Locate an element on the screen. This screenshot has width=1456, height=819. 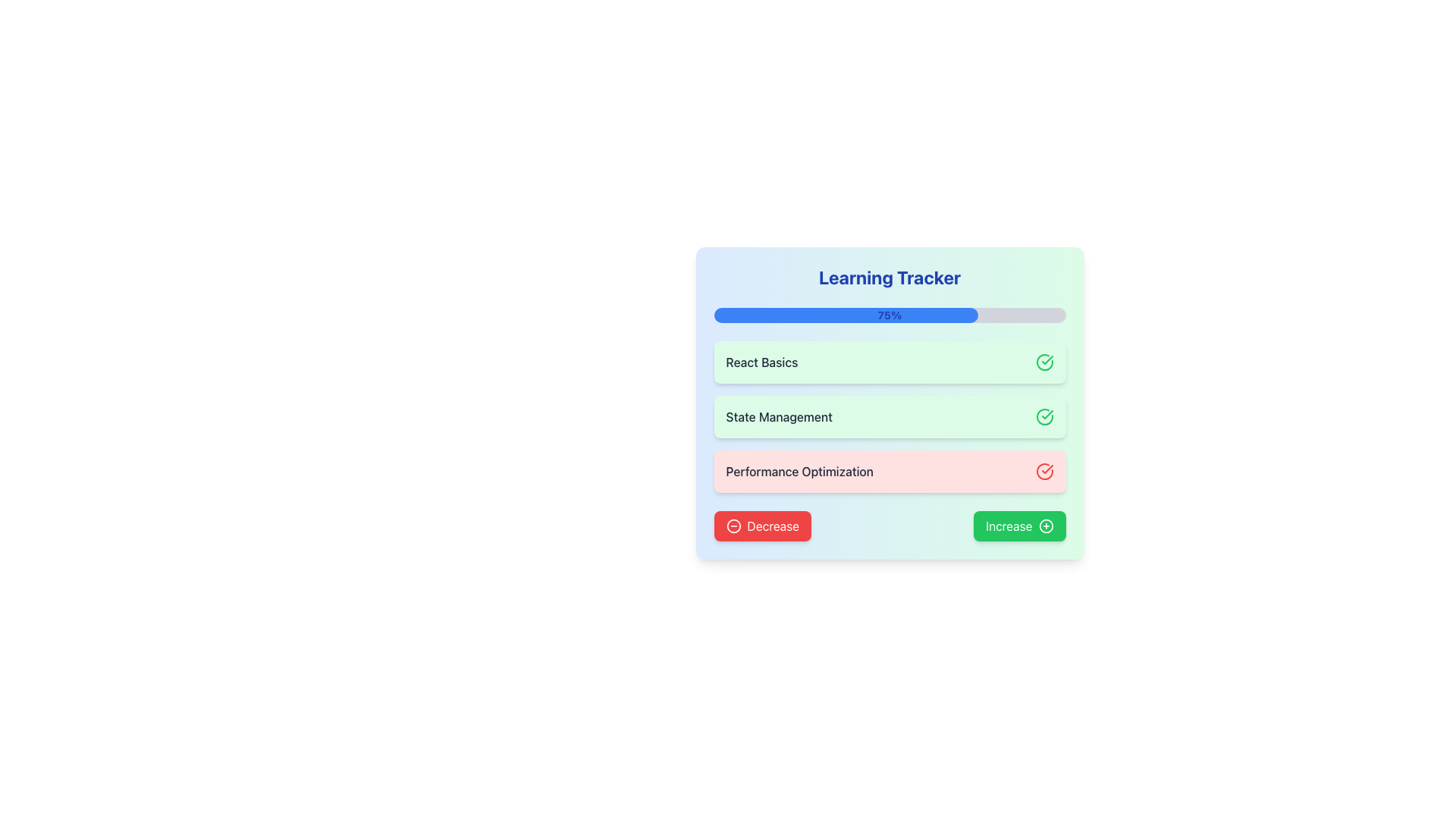
the red rectangular button labeled 'Decrease' that contains a white circular icon with a minus symbol, positioned at the bottom of the interface is located at coordinates (762, 526).